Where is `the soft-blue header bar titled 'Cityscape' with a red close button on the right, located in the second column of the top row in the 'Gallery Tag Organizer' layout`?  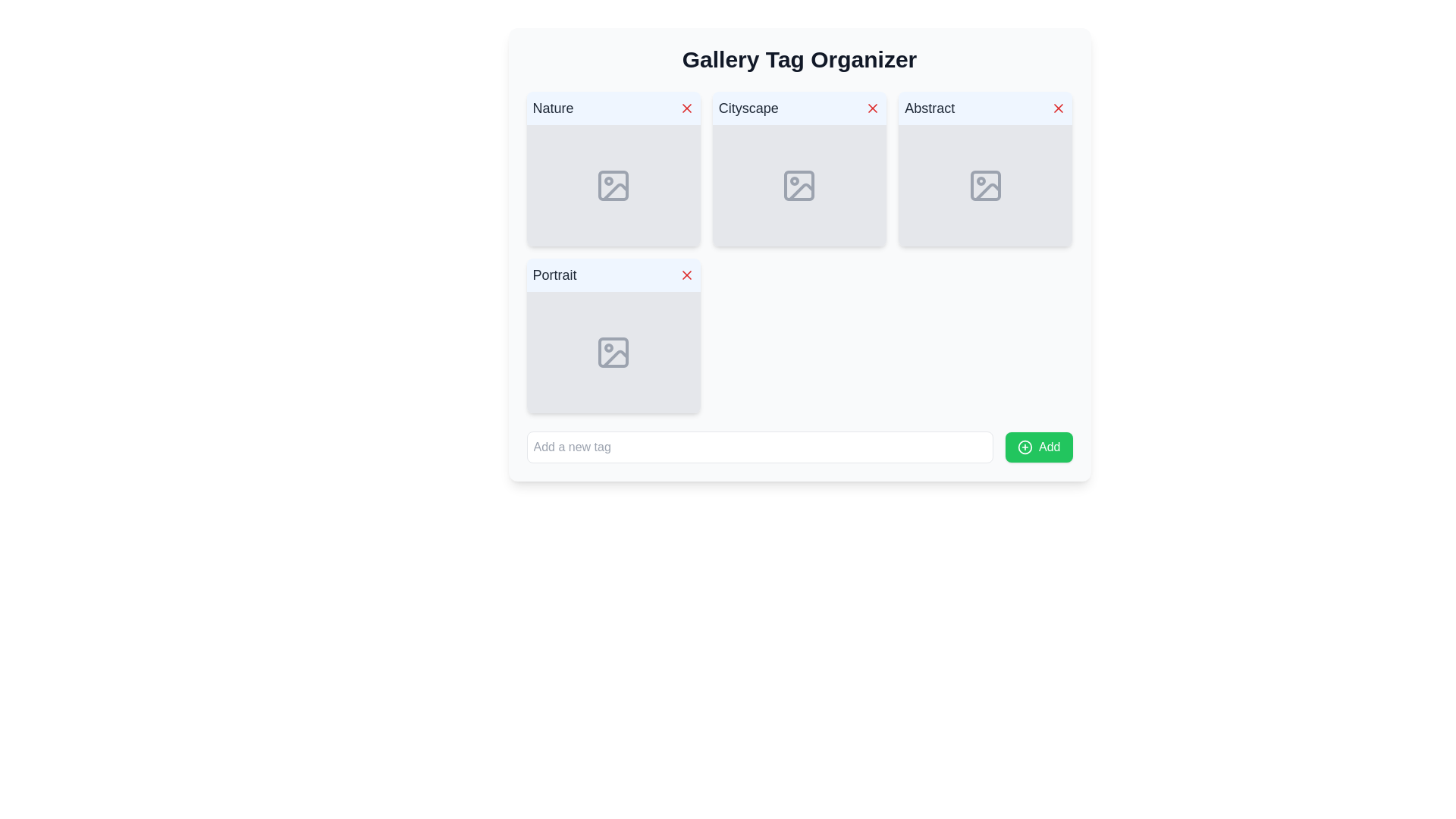
the soft-blue header bar titled 'Cityscape' with a red close button on the right, located in the second column of the top row in the 'Gallery Tag Organizer' layout is located at coordinates (799, 107).